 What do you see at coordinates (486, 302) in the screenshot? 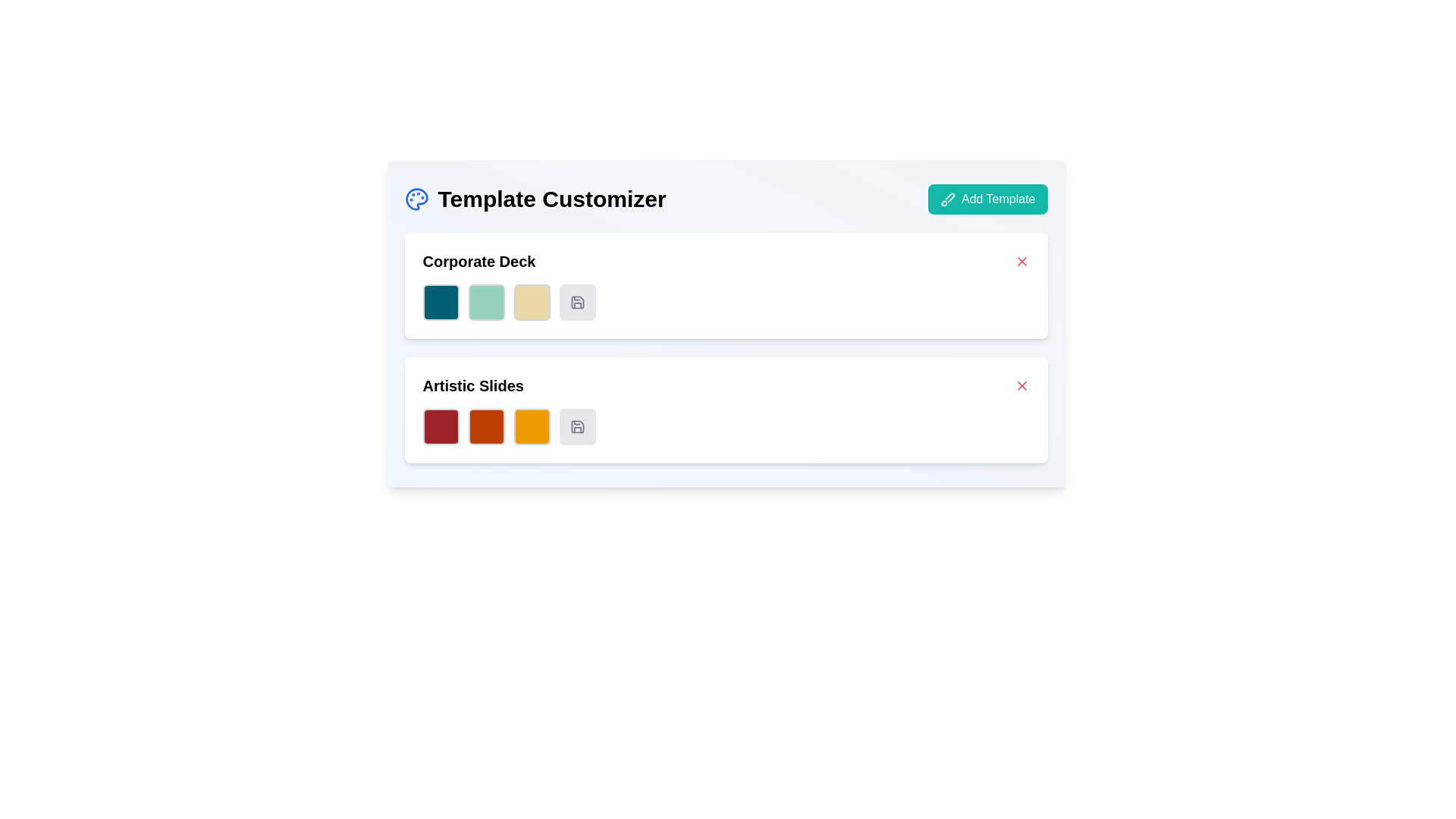
I see `the second square in the color selection box located under the 'Corporate Deck' section, positioned between a dark teal square and a light beige square` at bounding box center [486, 302].